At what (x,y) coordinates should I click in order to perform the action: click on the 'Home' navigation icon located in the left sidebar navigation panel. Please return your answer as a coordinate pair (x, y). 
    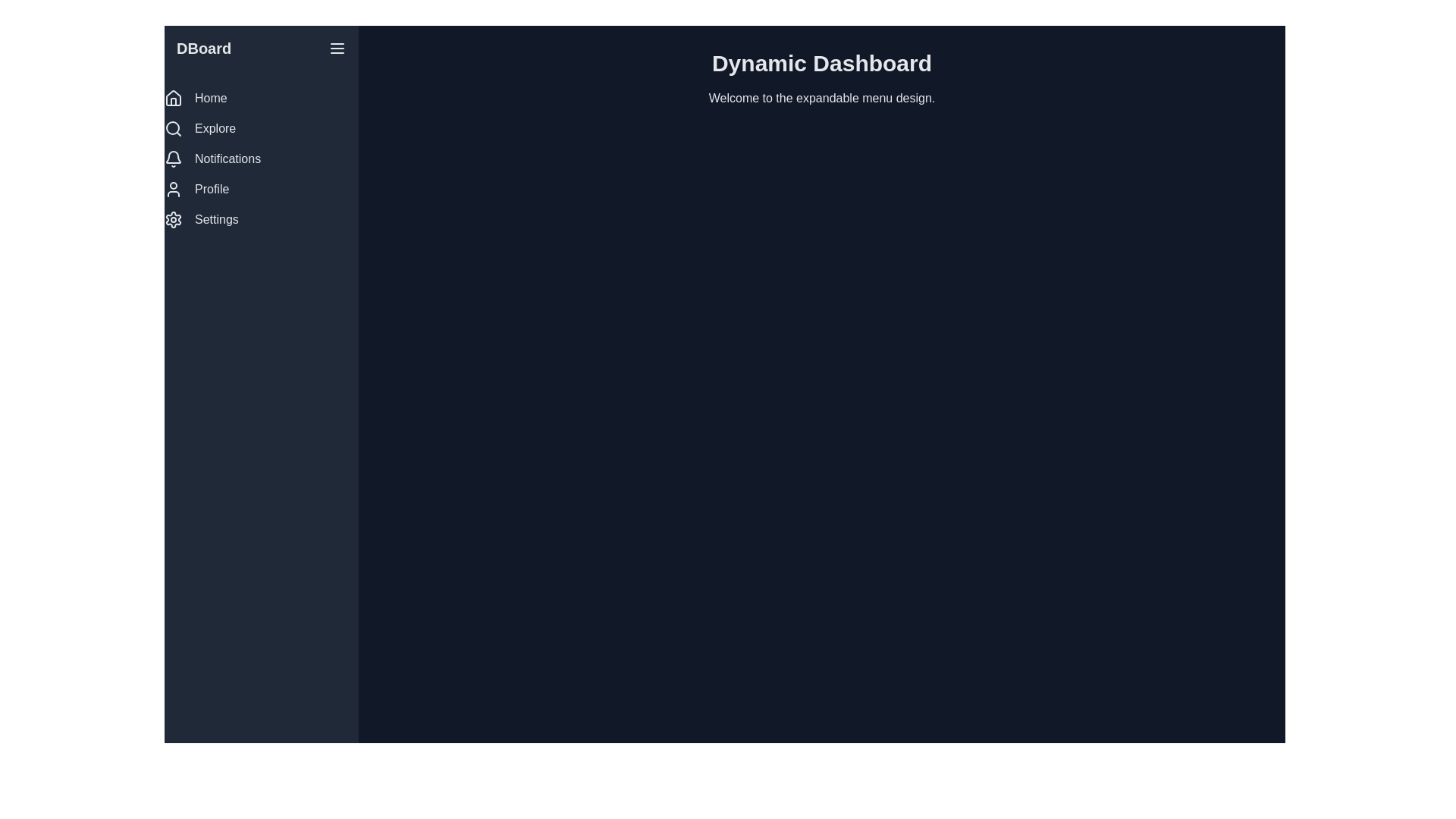
    Looking at the image, I should click on (174, 99).